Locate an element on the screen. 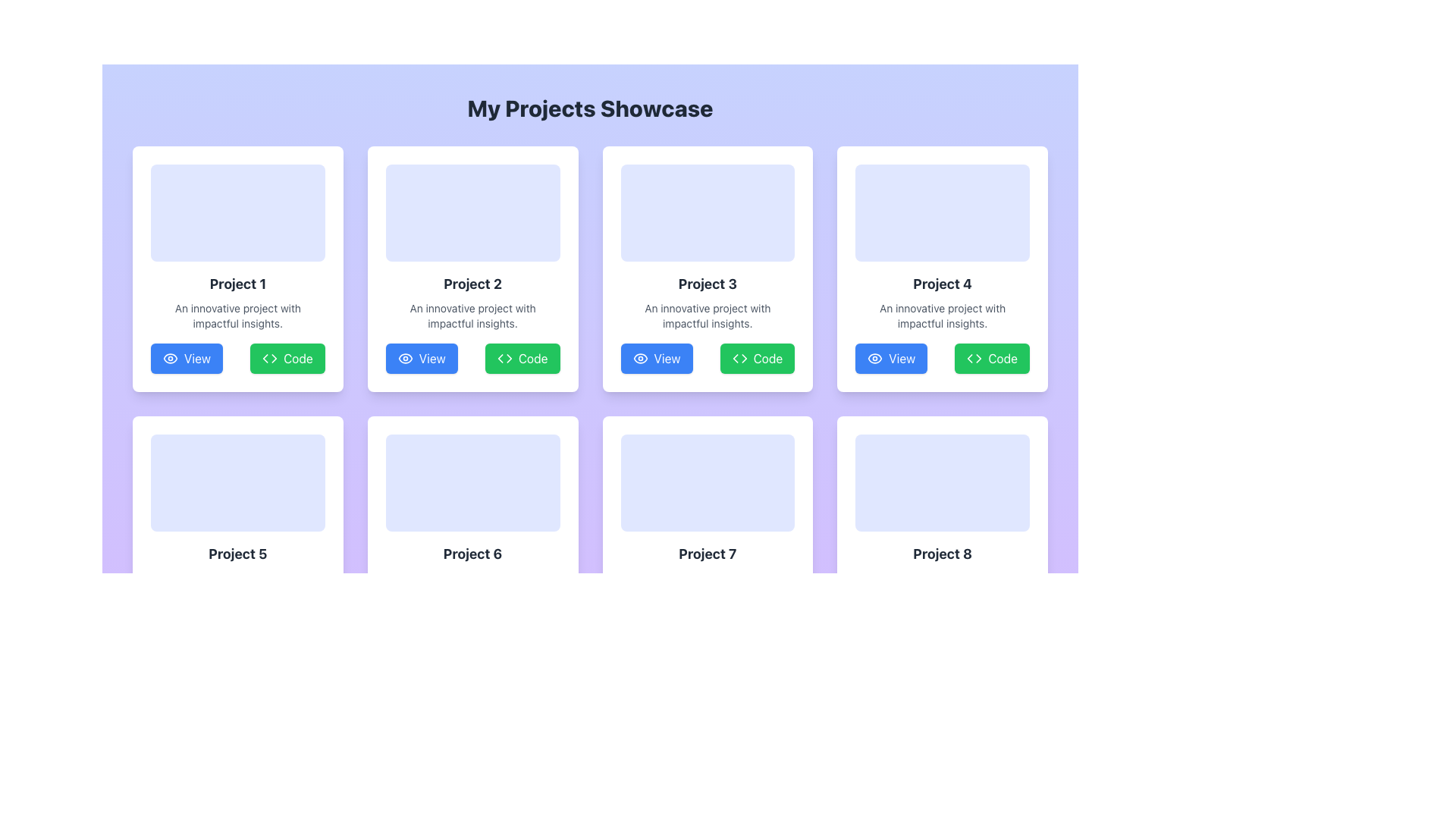 The image size is (1456, 819). the leftward-pointing triangle marker within the 'Code' button of the 'Project 1' card is located at coordinates (265, 359).